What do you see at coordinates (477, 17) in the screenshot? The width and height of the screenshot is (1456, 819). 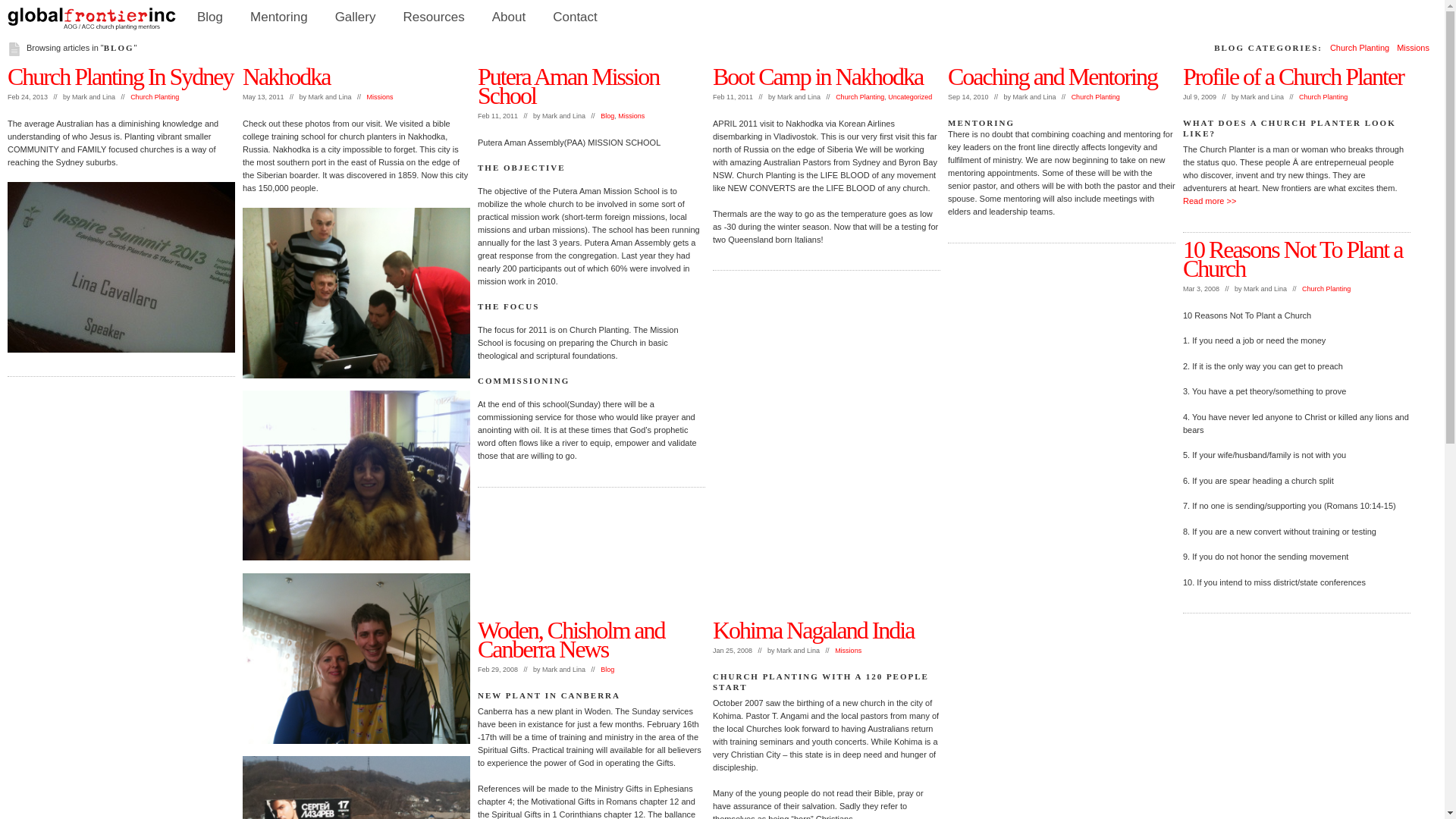 I see `'About'` at bounding box center [477, 17].